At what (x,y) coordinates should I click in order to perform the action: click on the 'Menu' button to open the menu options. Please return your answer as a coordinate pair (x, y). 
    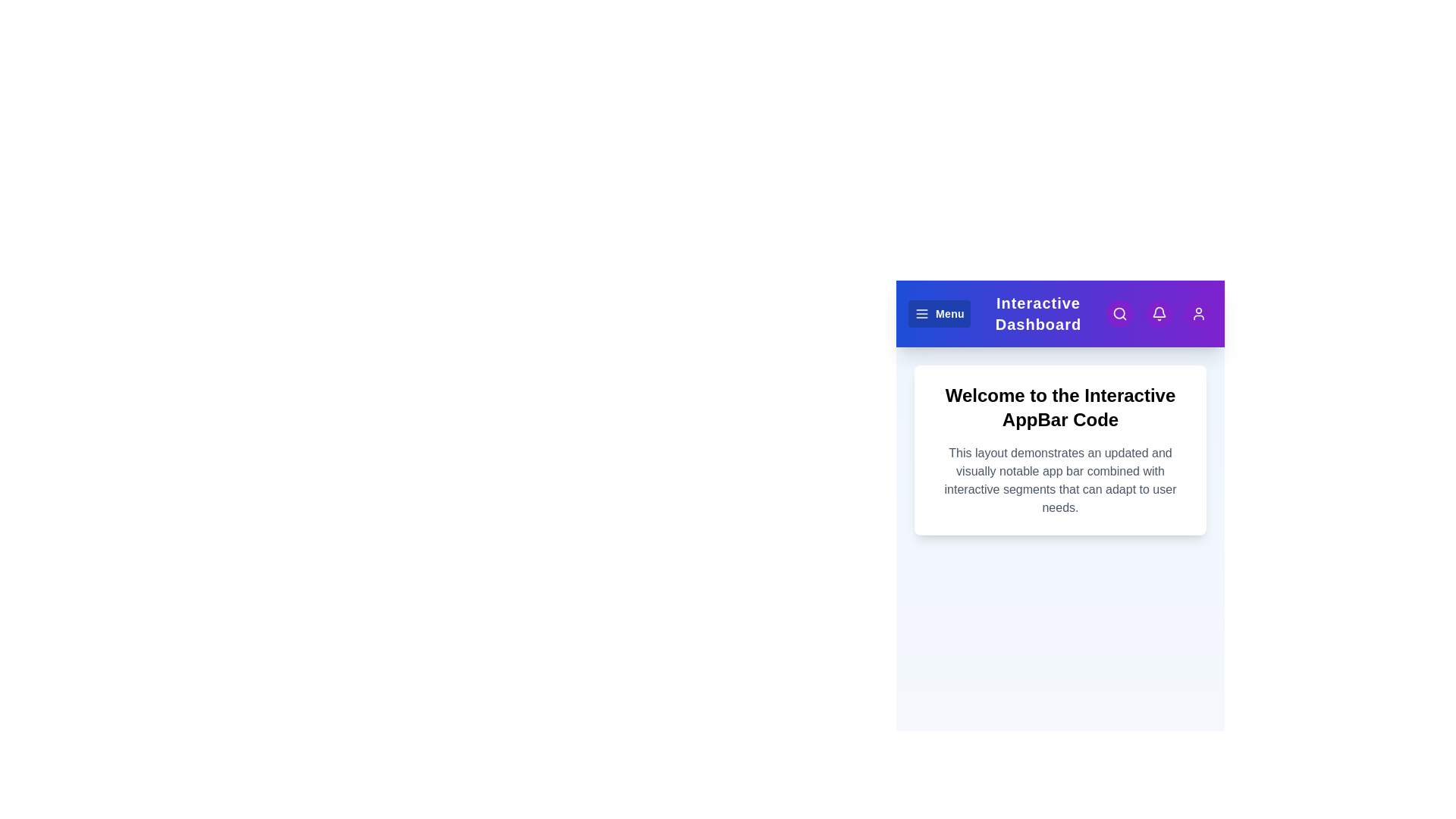
    Looking at the image, I should click on (938, 312).